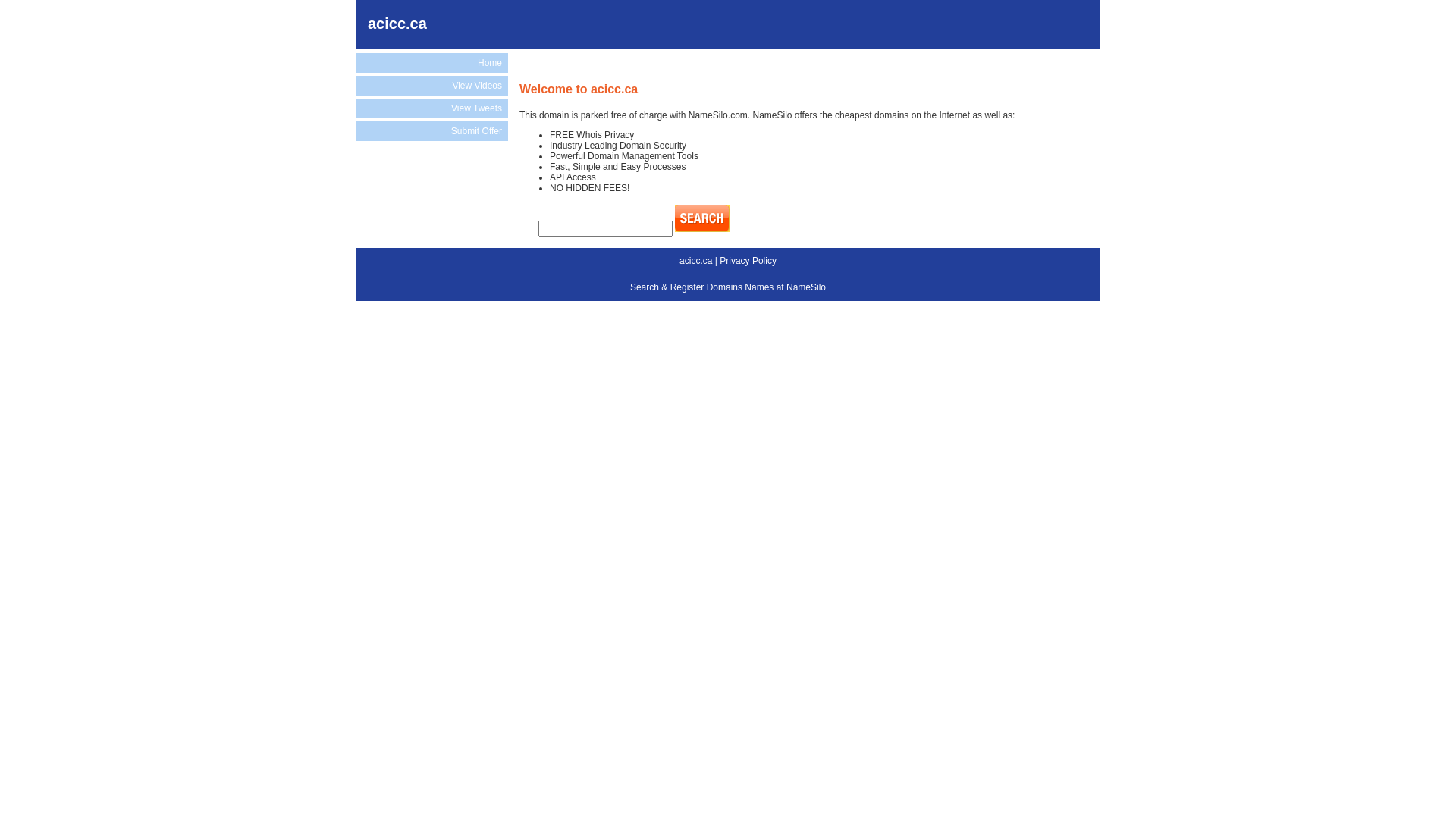 This screenshot has width=1456, height=819. I want to click on 'View Tweets', so click(431, 107).